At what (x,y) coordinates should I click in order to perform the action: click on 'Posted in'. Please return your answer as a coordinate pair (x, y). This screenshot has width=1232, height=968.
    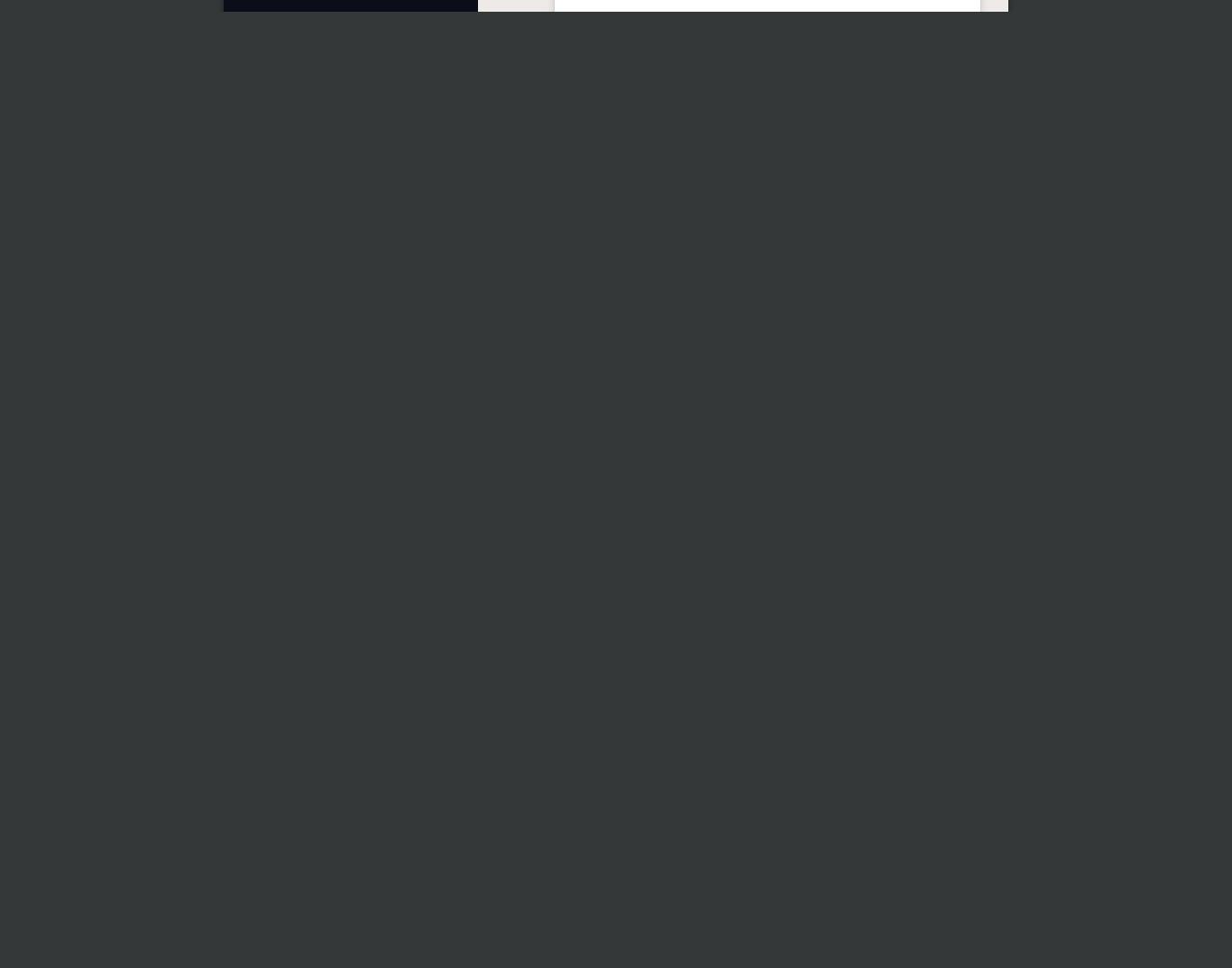
    Looking at the image, I should click on (575, 540).